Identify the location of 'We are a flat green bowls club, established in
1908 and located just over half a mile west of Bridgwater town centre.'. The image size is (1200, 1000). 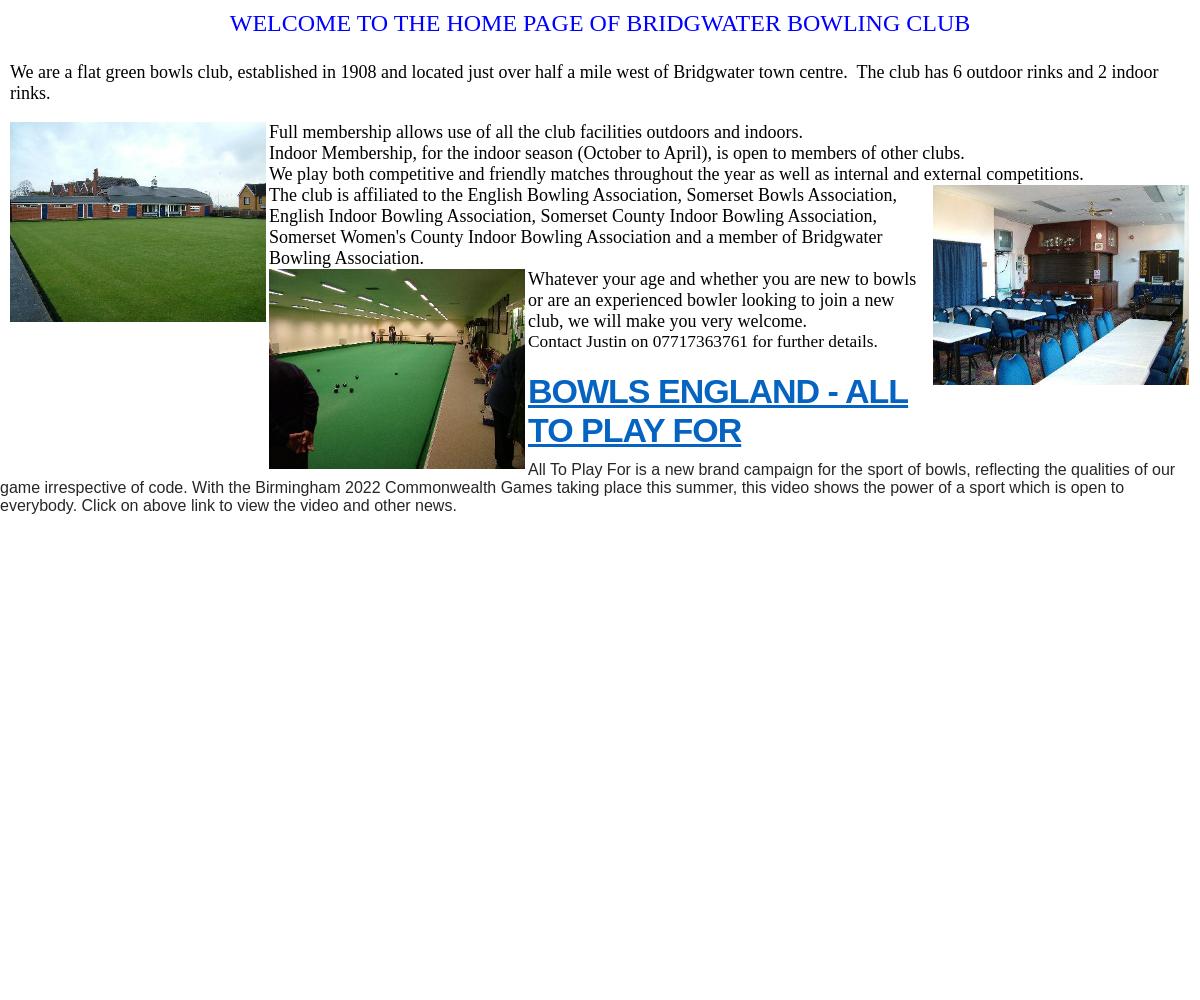
(428, 71).